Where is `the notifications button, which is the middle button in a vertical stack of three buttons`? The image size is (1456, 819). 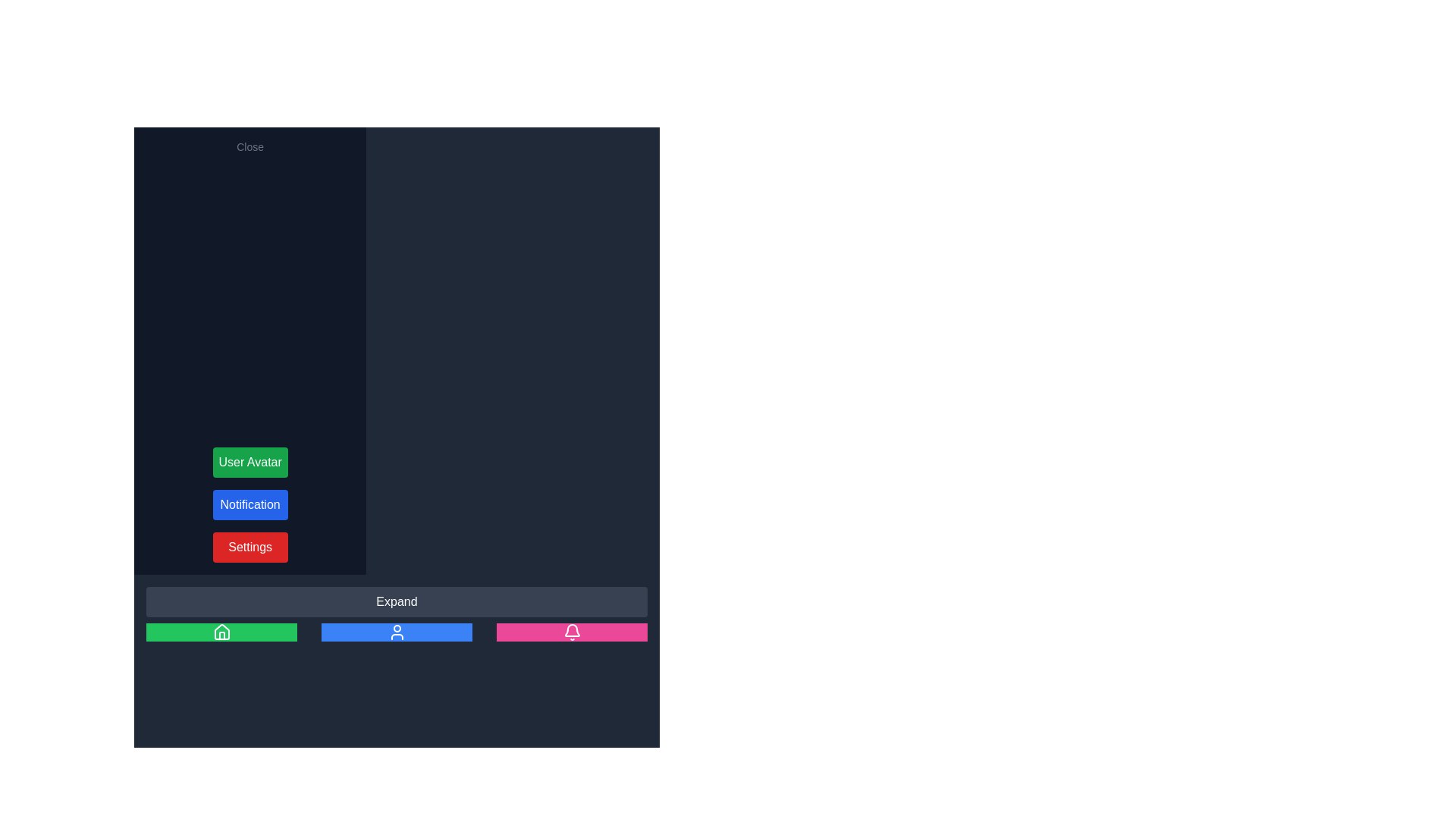
the notifications button, which is the middle button in a vertical stack of three buttons is located at coordinates (250, 505).